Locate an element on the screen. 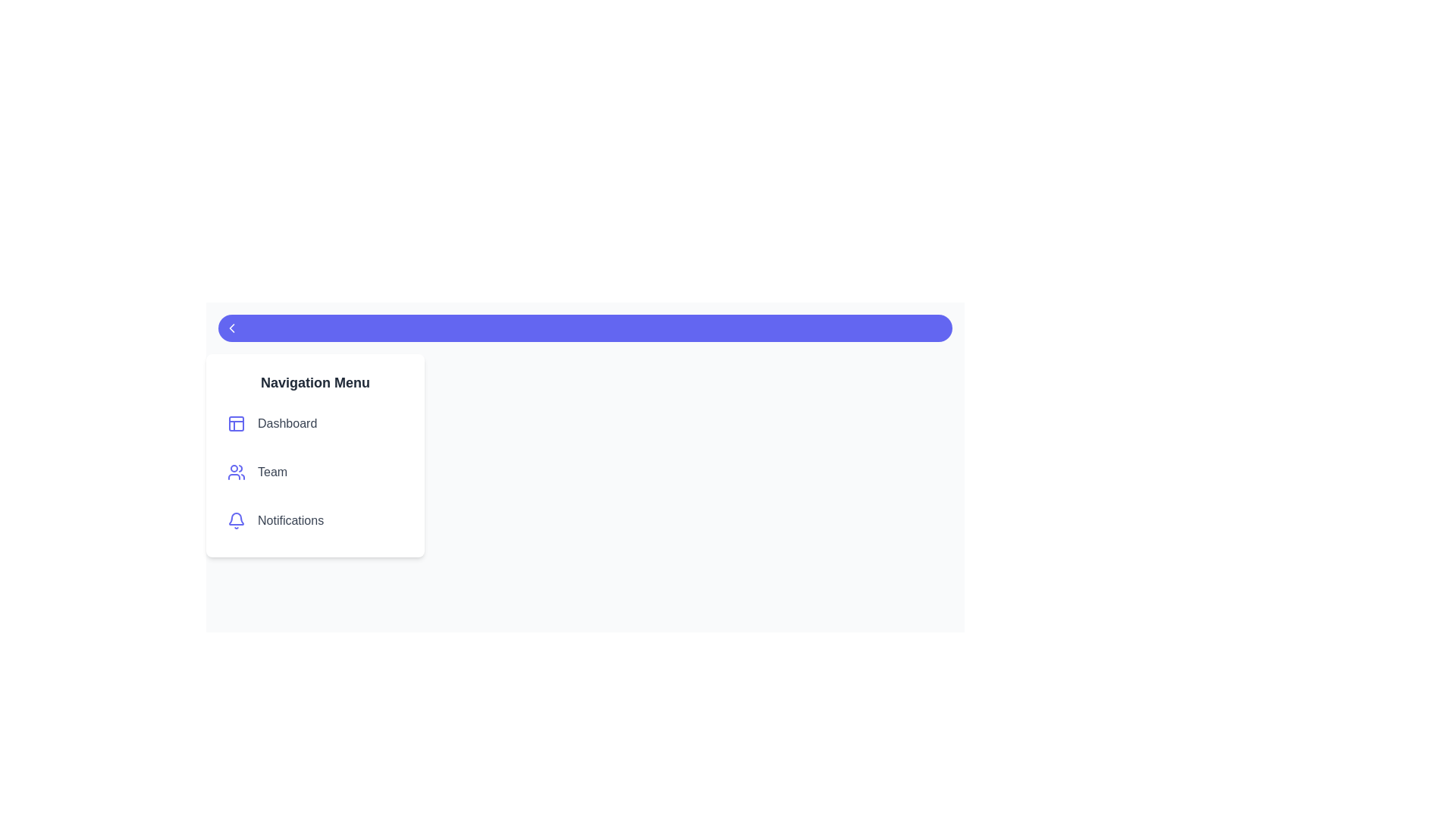 This screenshot has width=1456, height=819. the navigation menu item labeled Team is located at coordinates (315, 472).